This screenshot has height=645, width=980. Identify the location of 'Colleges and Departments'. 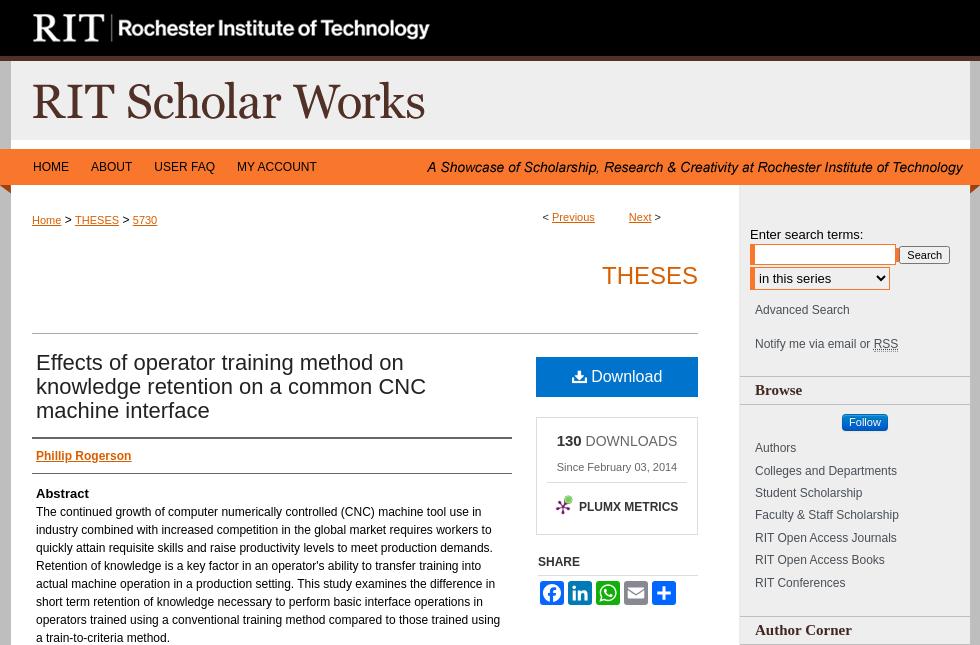
(826, 470).